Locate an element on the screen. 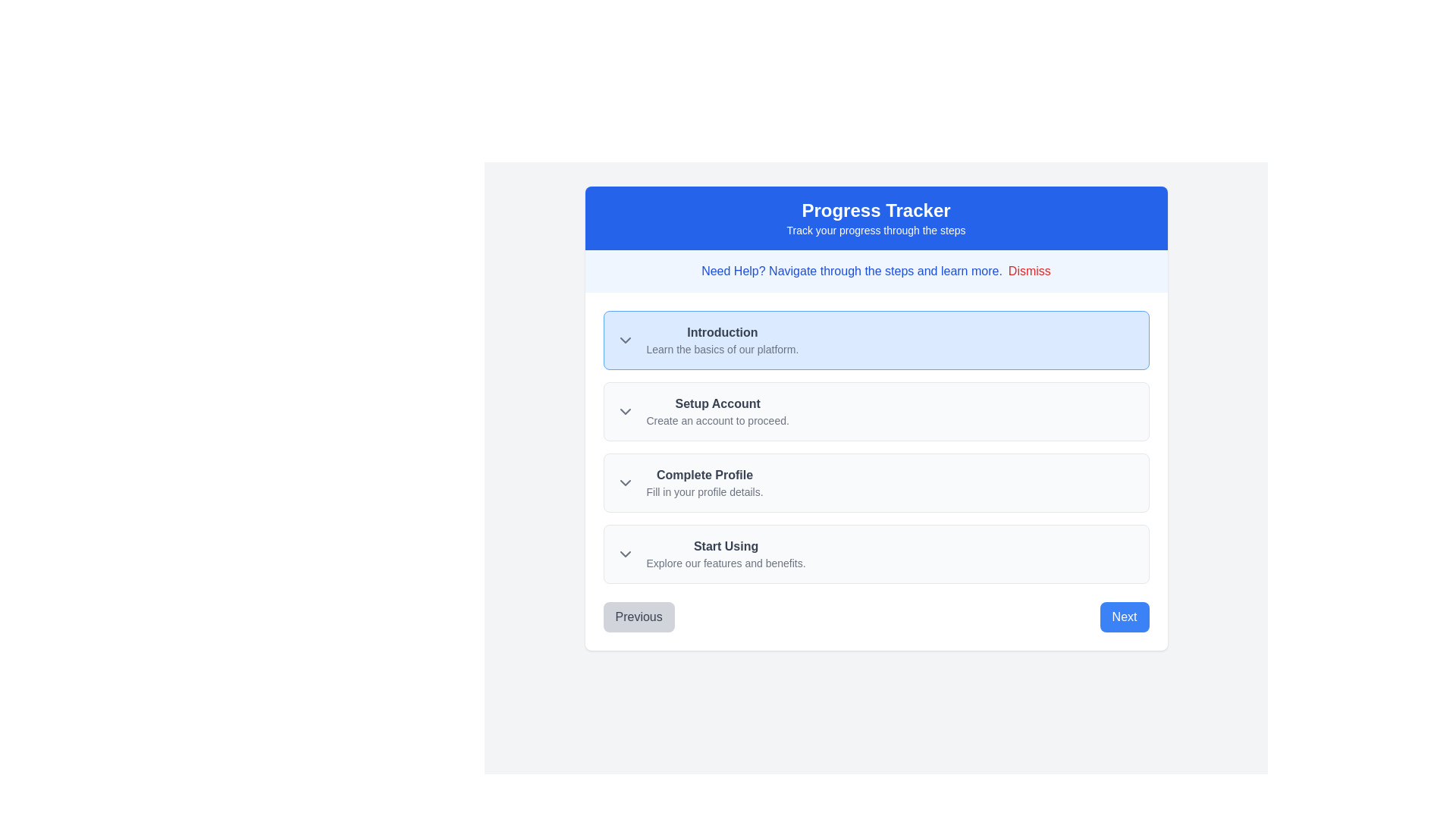 This screenshot has width=1456, height=819. the 'Introduction' text block, which features a bold dark gray 'Introduction' title and a lighter gray subtitle on a light blue background, positioned under the 'Progress Tracker' header is located at coordinates (721, 339).